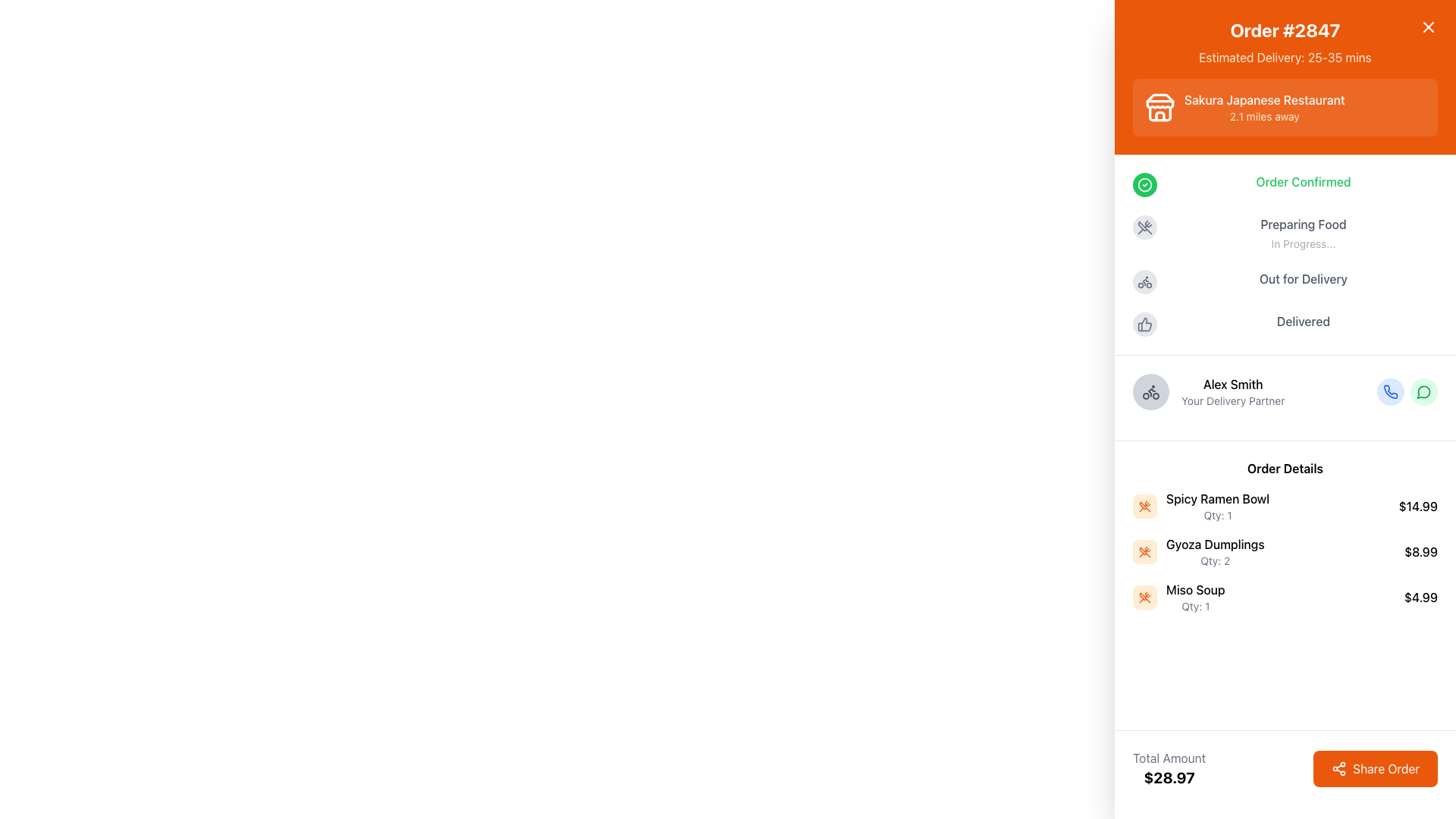  Describe the element at coordinates (1284, 506) in the screenshot. I see `the first item in the 'Order Details' section that displays the ordered item's name, quantity, and price` at that location.